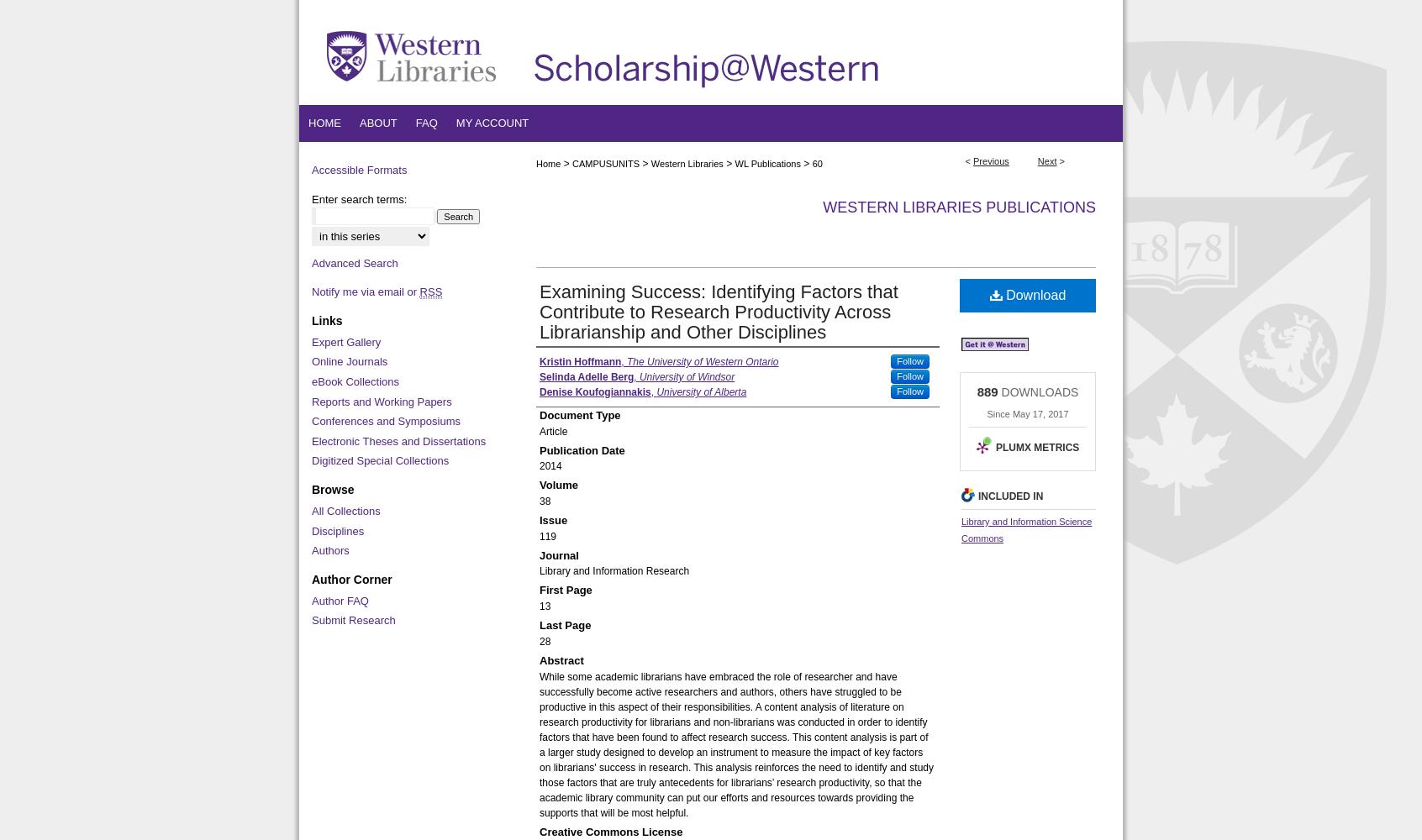  Describe the element at coordinates (345, 509) in the screenshot. I see `'All Collections'` at that location.